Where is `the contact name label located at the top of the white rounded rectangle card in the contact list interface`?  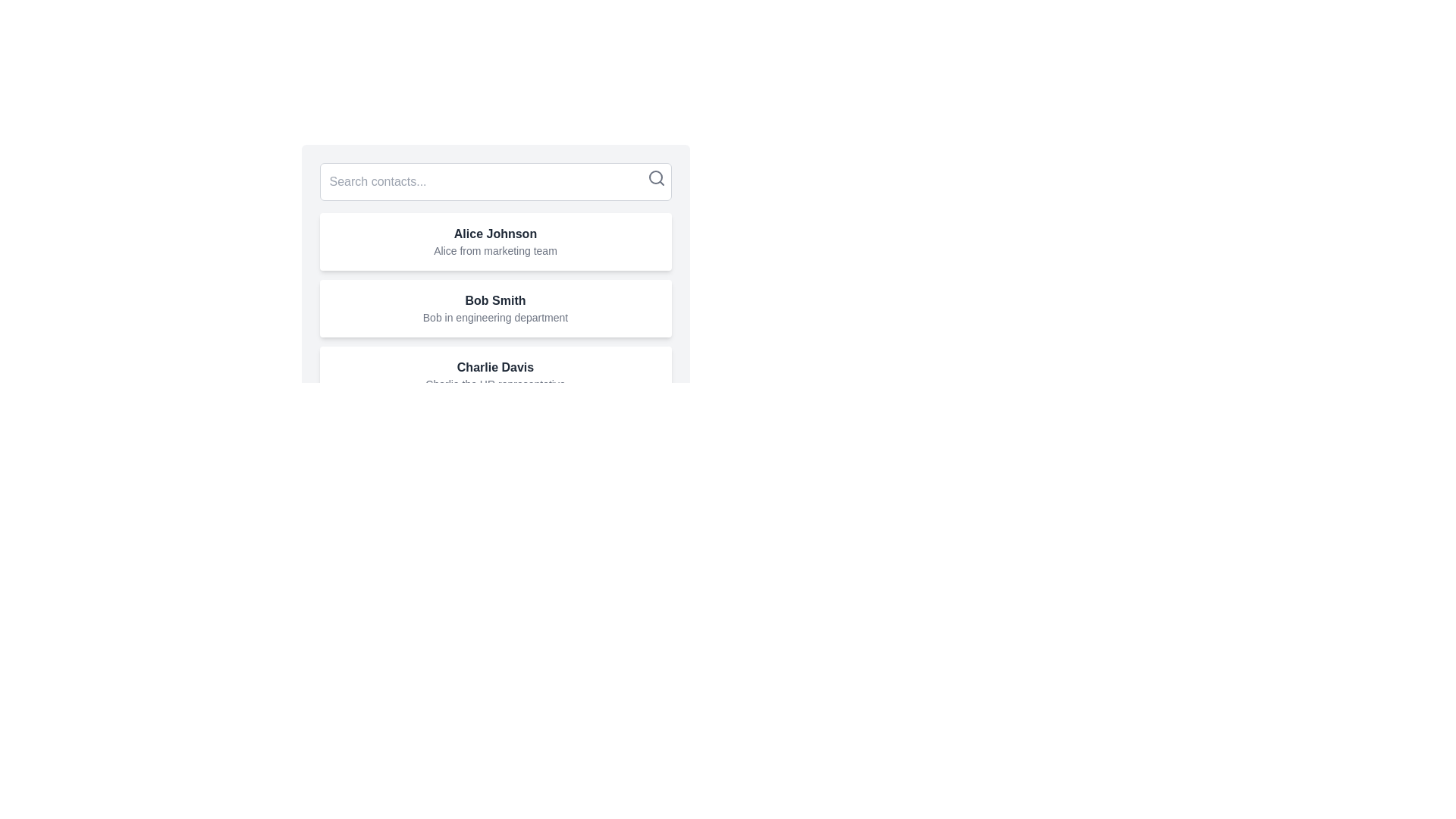
the contact name label located at the top of the white rounded rectangle card in the contact list interface is located at coordinates (495, 234).